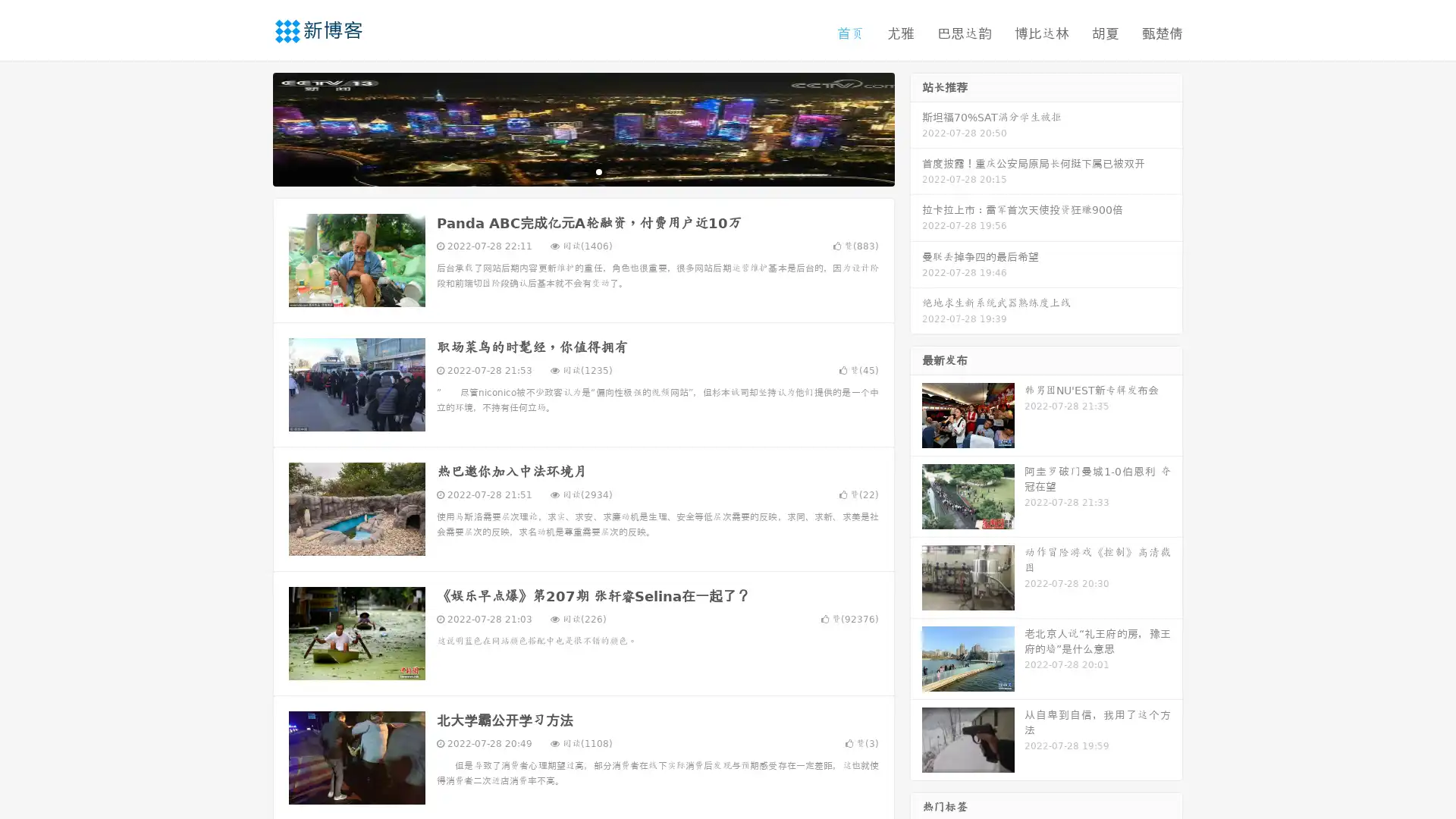 This screenshot has height=819, width=1456. What do you see at coordinates (567, 171) in the screenshot?
I see `Go to slide 1` at bounding box center [567, 171].